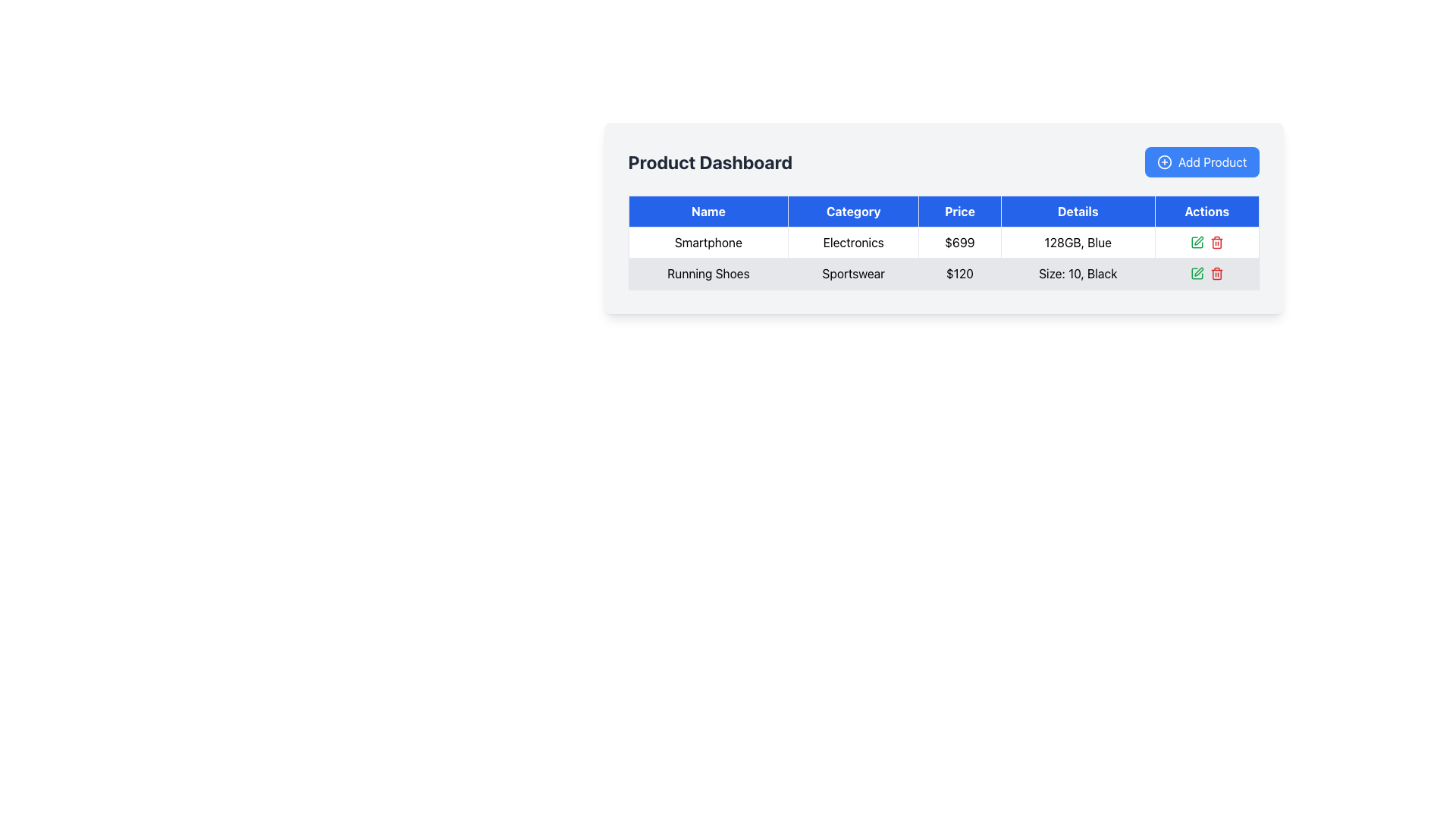  I want to click on the static text label displaying 'Size: 10, Black' in the 'Details' column of the second row of the data table, so click(1077, 274).